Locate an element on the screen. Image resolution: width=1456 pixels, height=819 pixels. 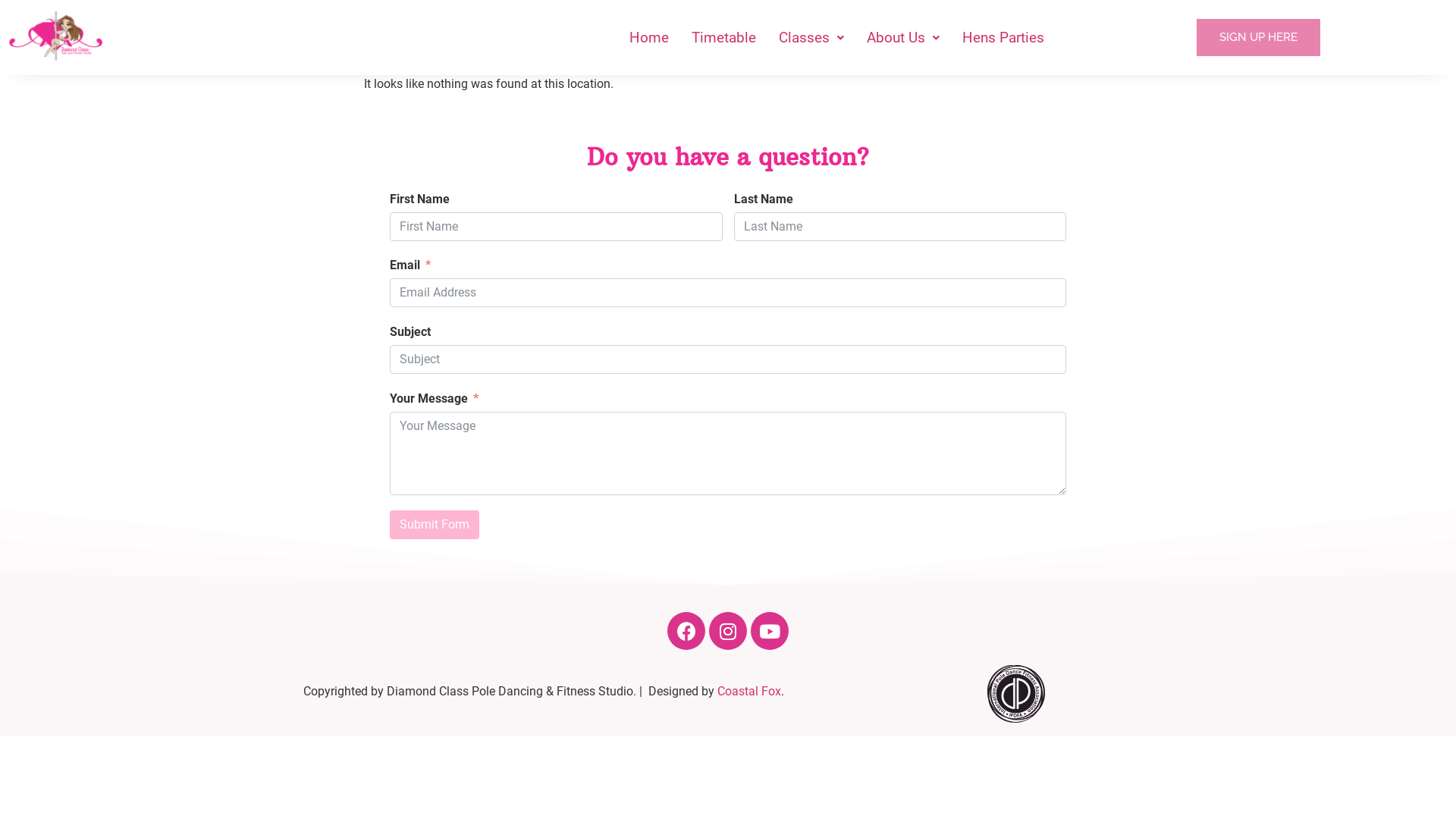
'SIGN UP HERE' is located at coordinates (1258, 36).